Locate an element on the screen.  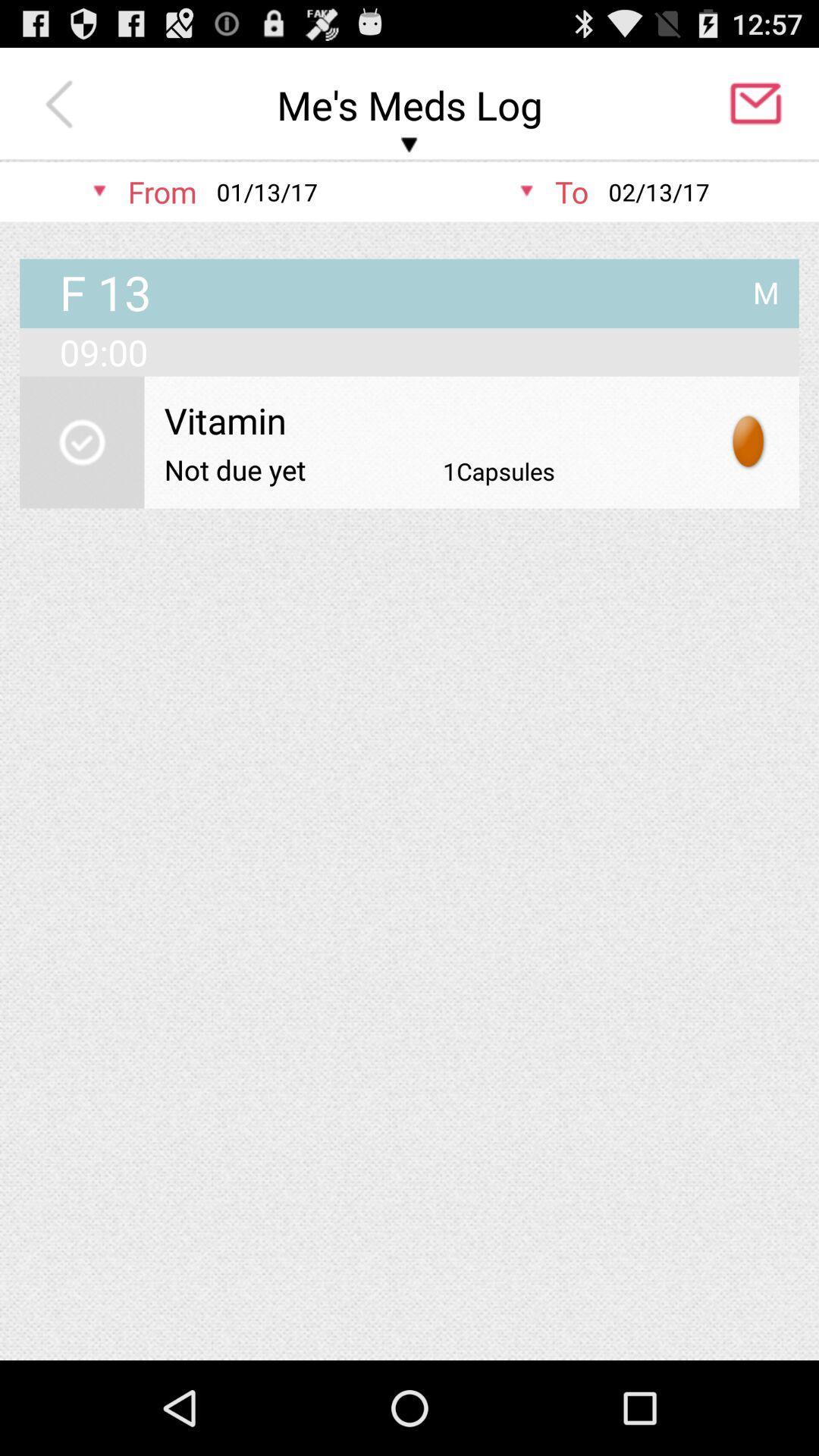
the icon above 09:00 app is located at coordinates (766, 287).